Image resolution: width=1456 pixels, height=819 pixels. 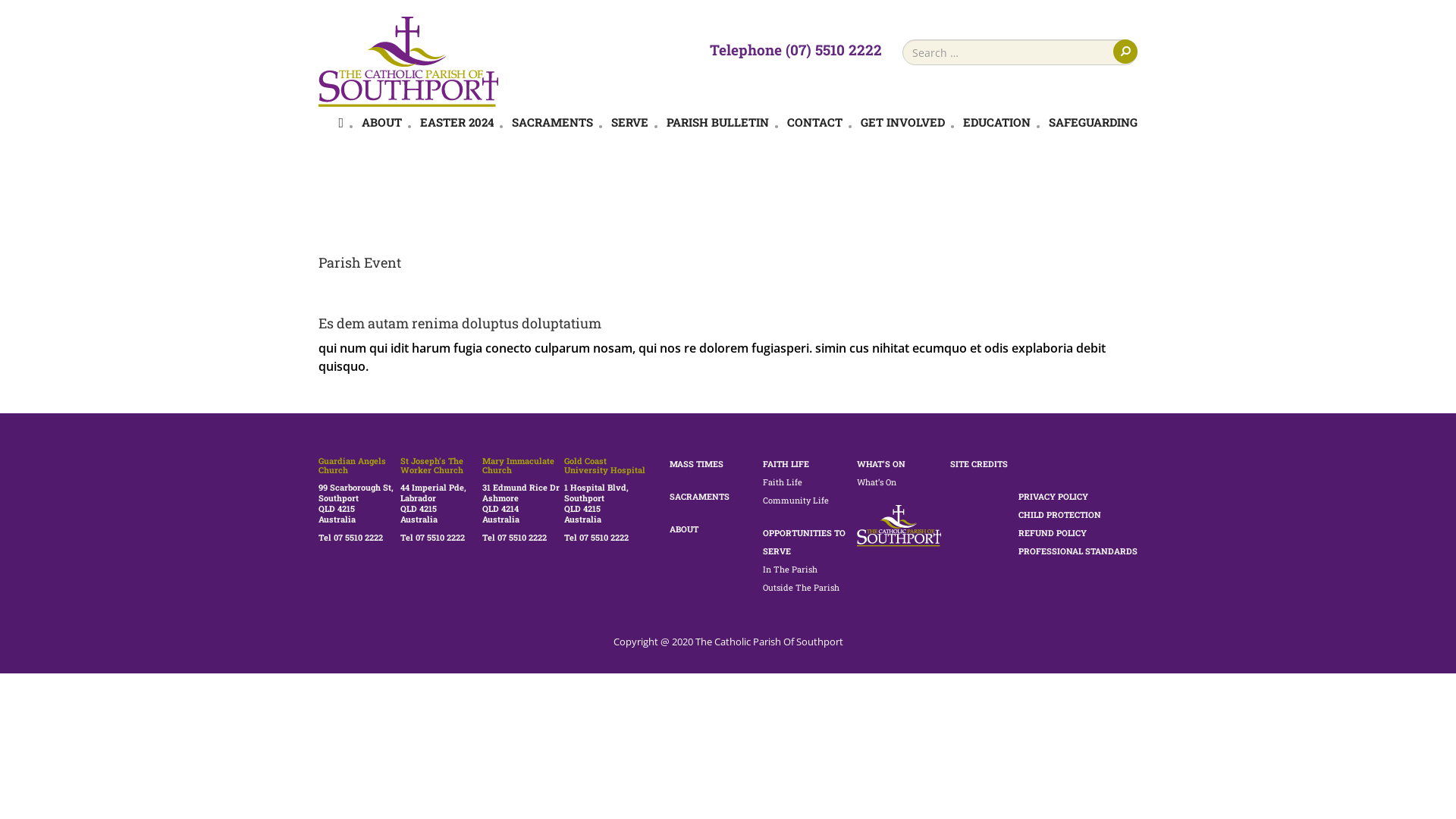 I want to click on 'EDUCATION', so click(x=962, y=121).